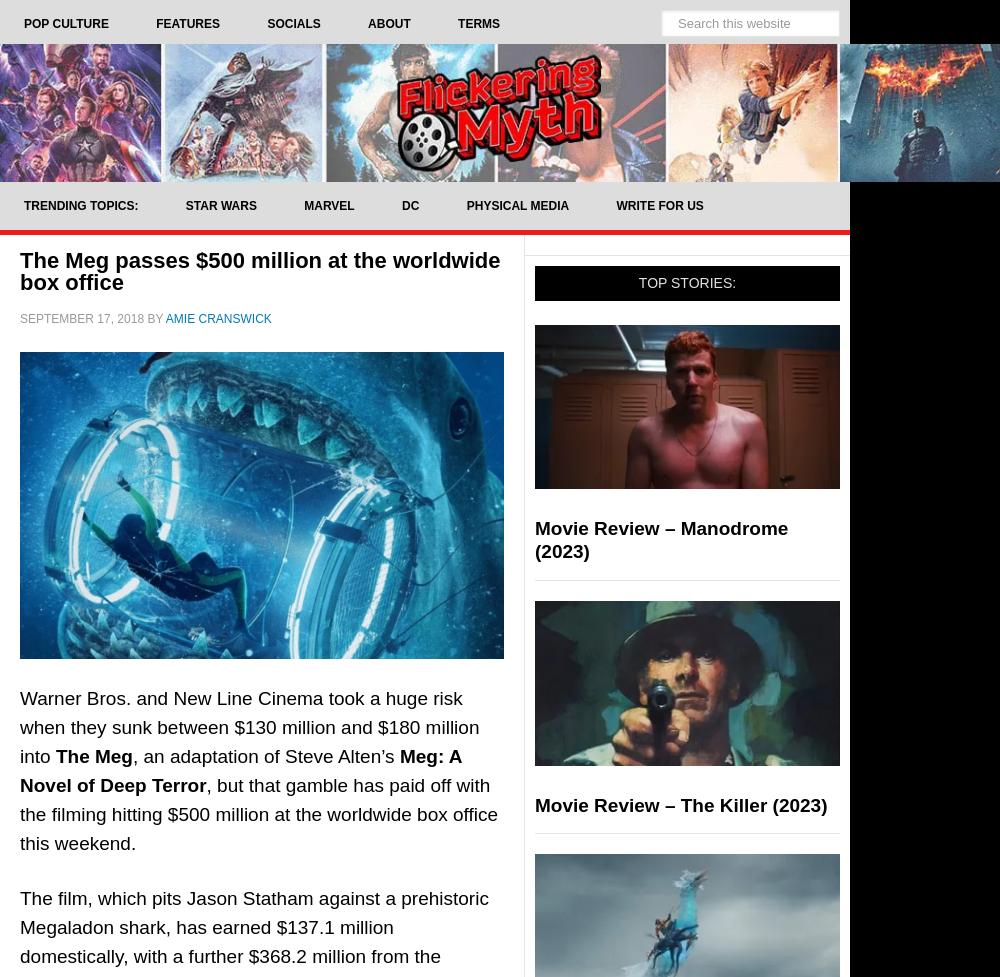 This screenshot has height=977, width=1000. I want to click on 'TRENDING TOPICS:', so click(80, 204).